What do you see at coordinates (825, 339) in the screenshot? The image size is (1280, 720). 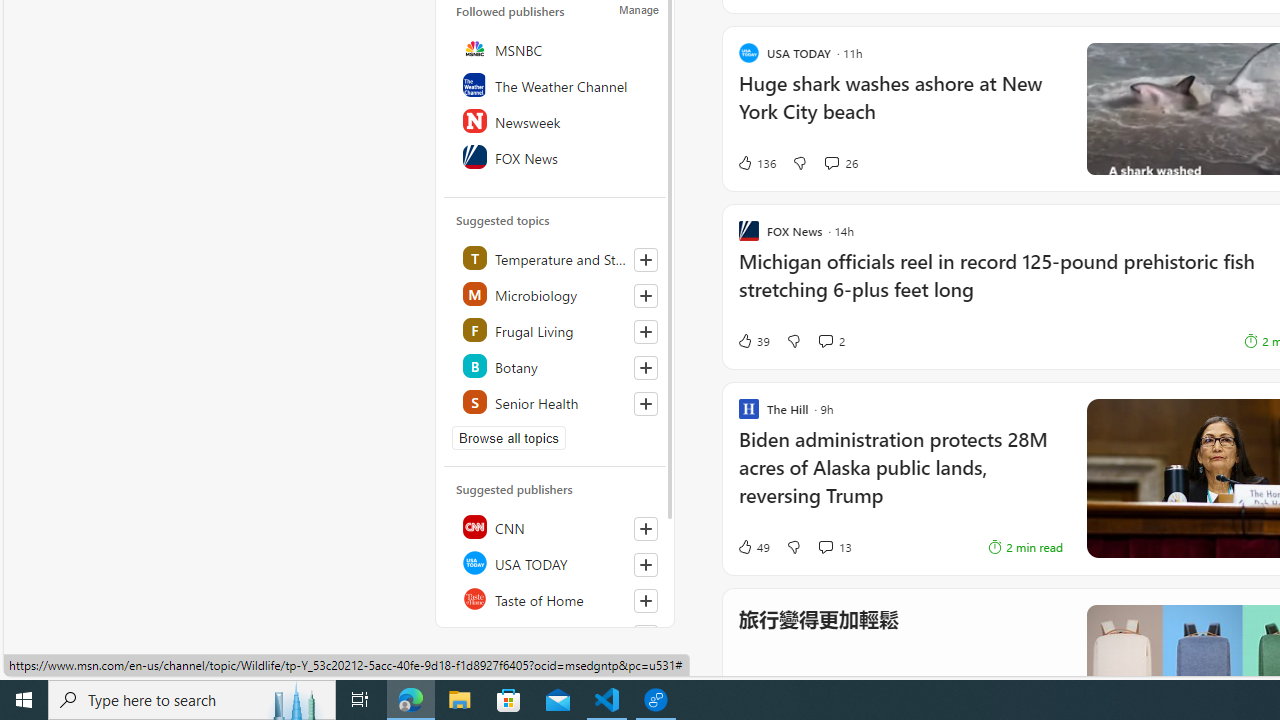 I see `'View comments 2 Comment'` at bounding box center [825, 339].